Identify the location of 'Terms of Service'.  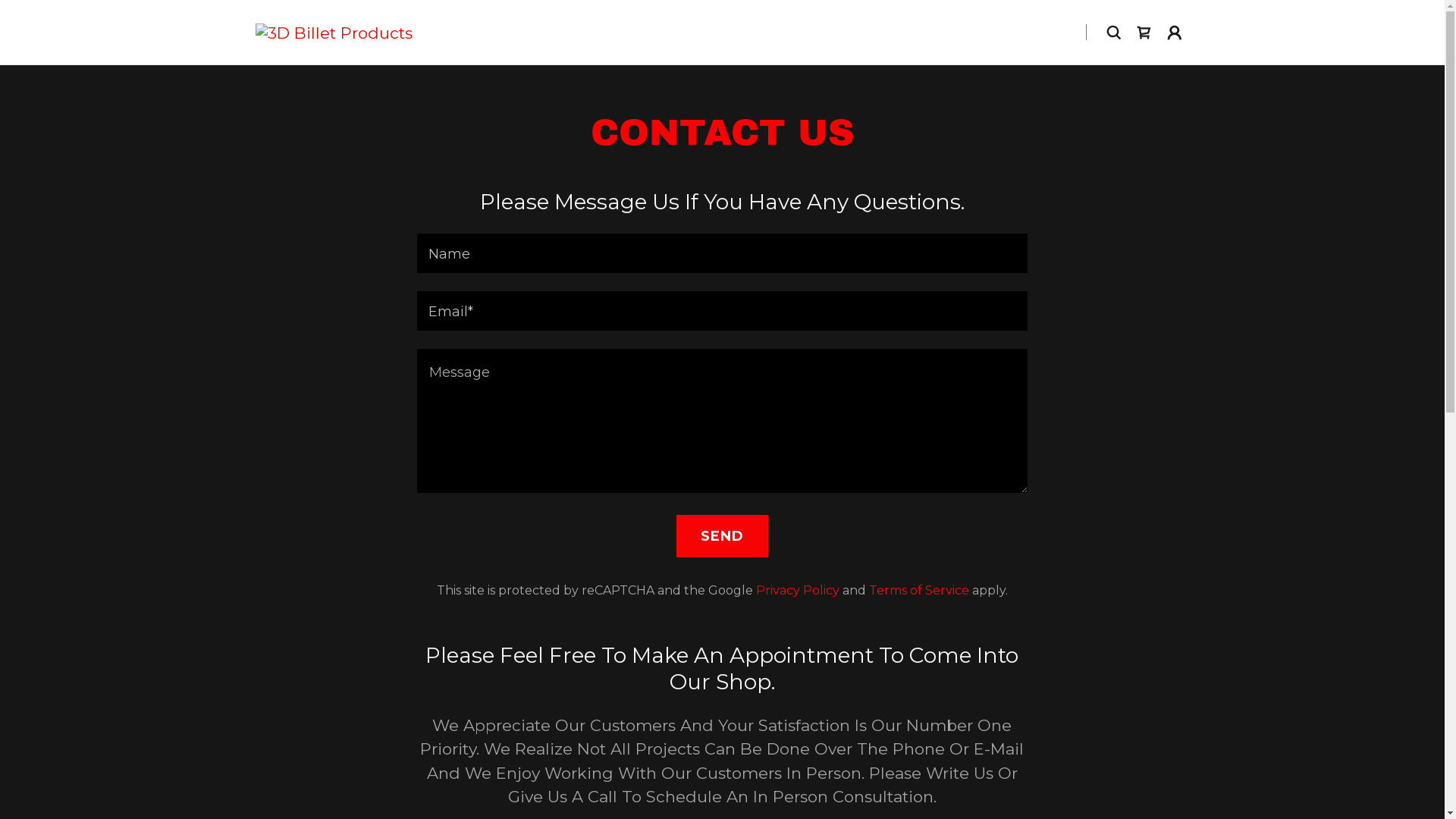
(918, 589).